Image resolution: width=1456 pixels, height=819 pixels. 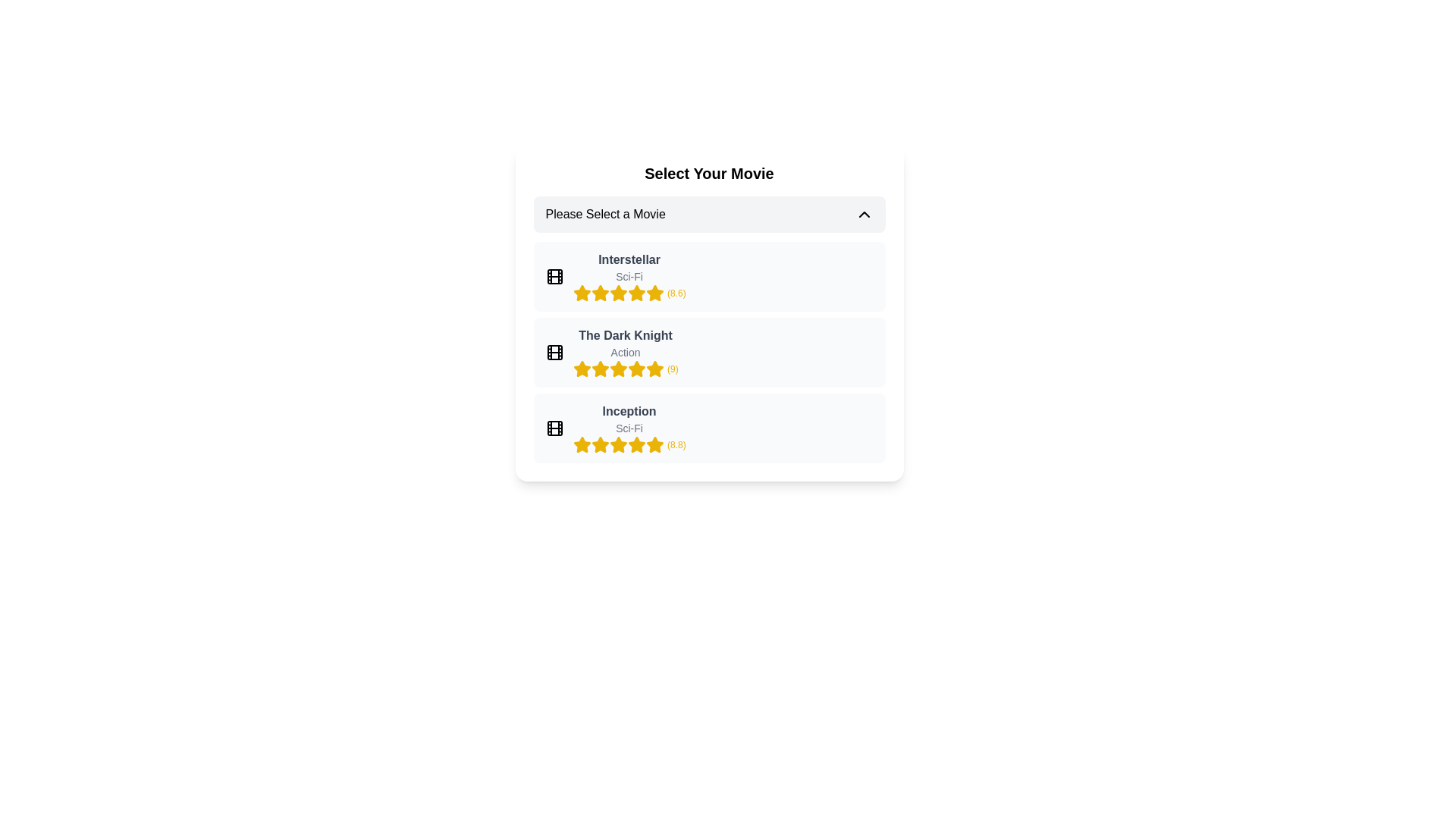 What do you see at coordinates (599, 369) in the screenshot?
I see `the third star icon in the rating section for 'The Dark Knight', which is positioned below the title and to the left of the rating text '(9)'` at bounding box center [599, 369].